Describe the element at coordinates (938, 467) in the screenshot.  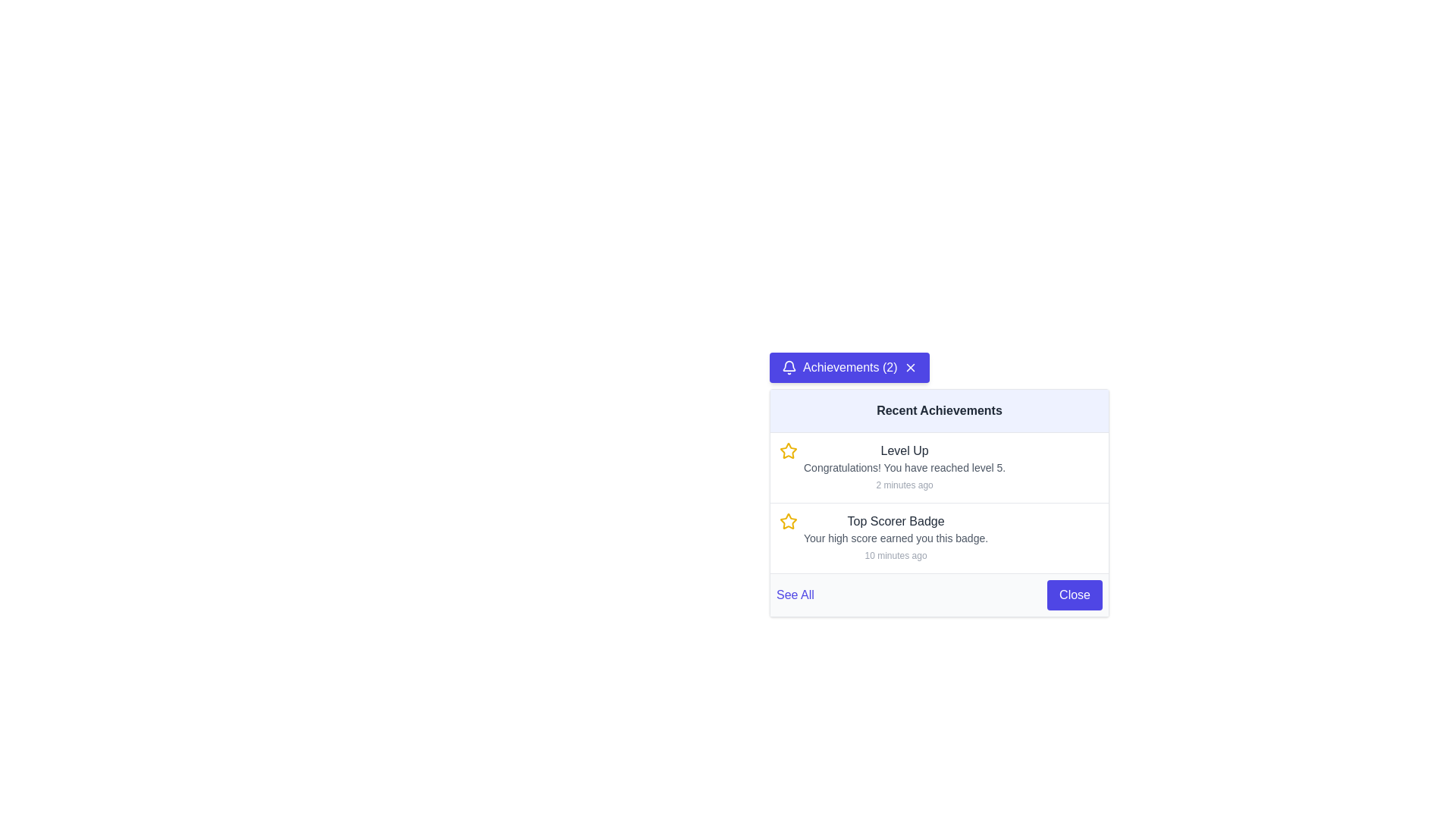
I see `information displayed in the first notification item, which includes a star icon, the text 'Level Up', and the congratulatory message about reaching level 5` at that location.